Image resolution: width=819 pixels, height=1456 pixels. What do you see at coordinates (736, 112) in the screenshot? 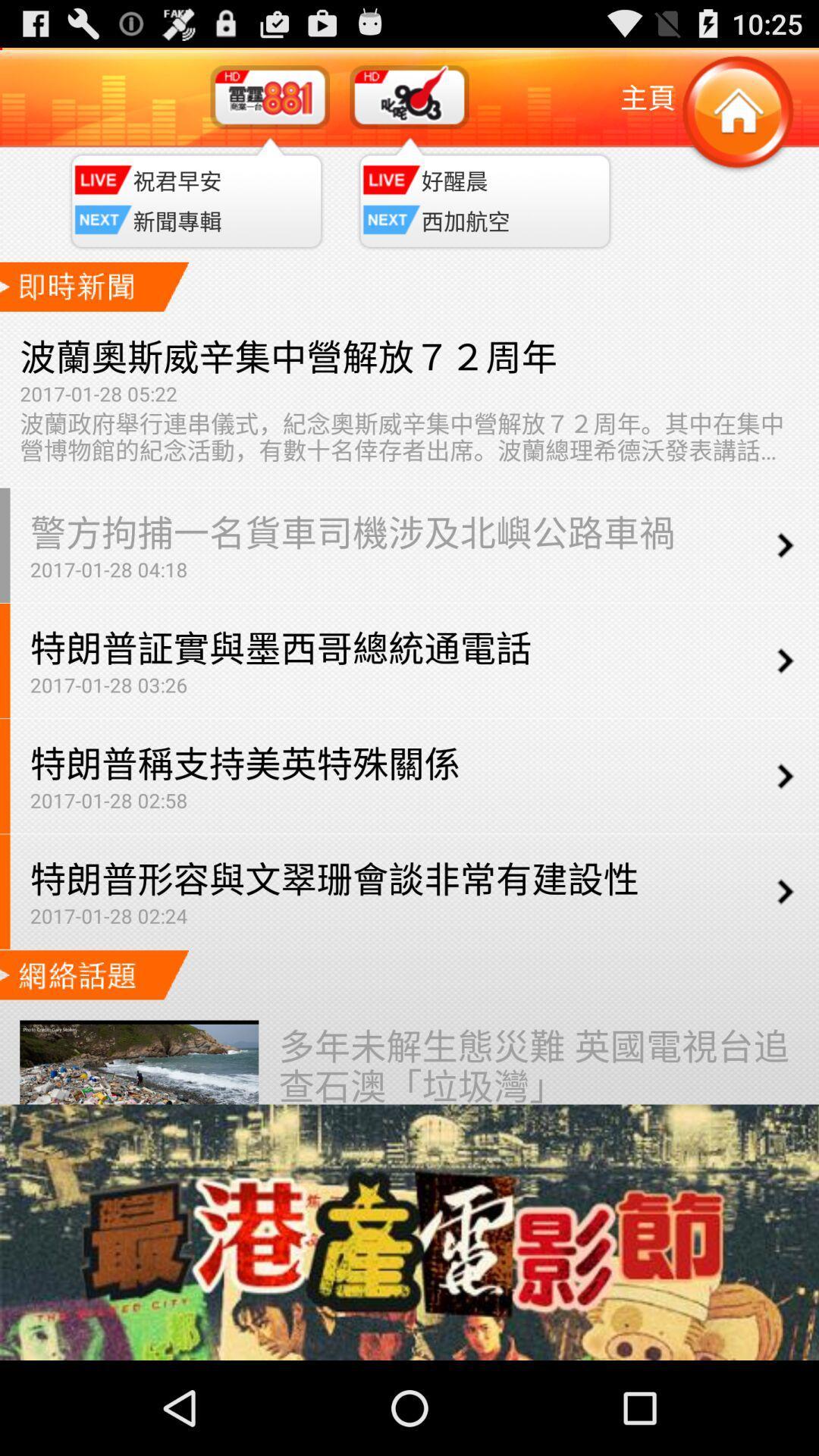
I see `home` at bounding box center [736, 112].